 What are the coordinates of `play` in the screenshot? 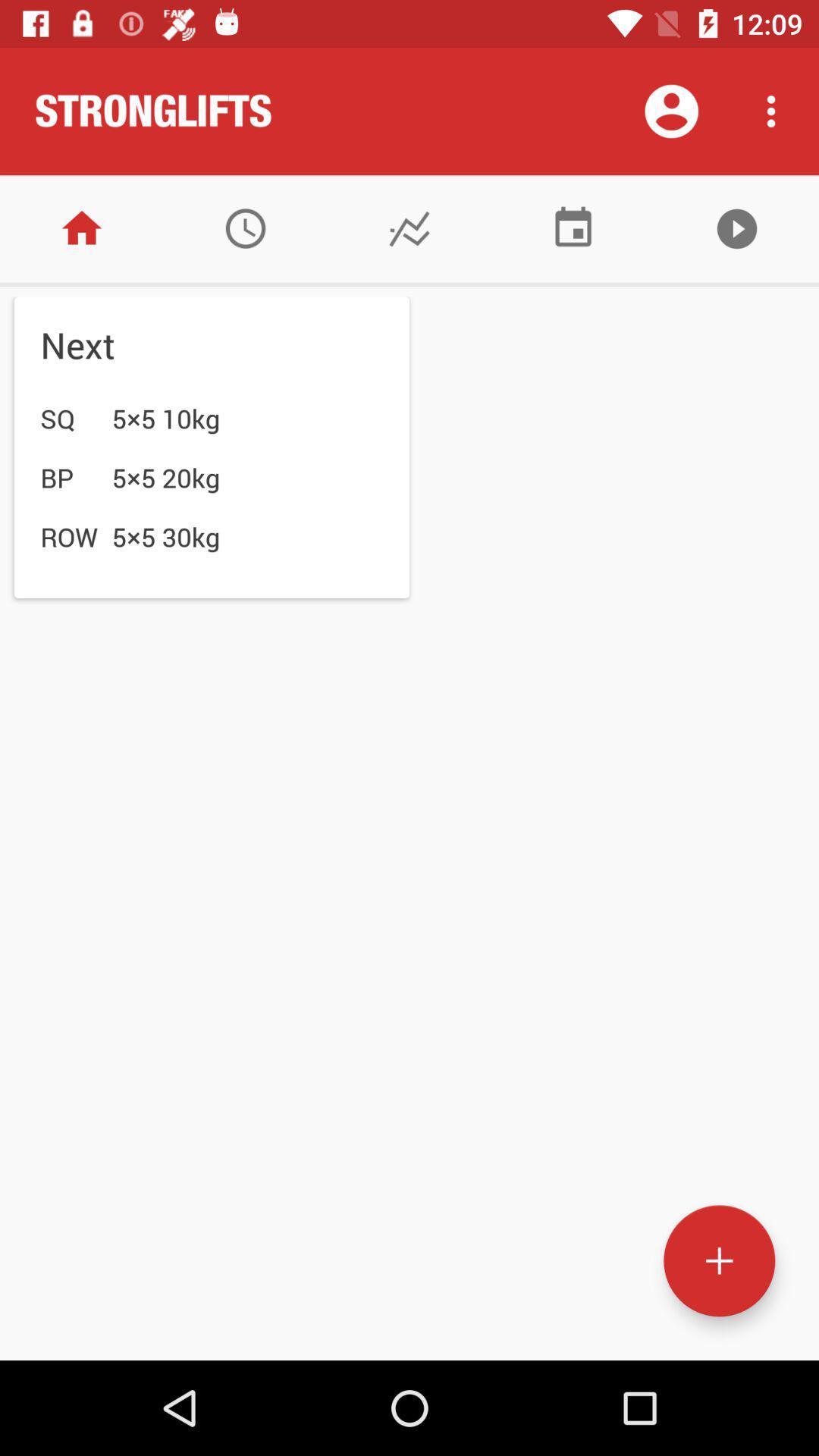 It's located at (736, 227).